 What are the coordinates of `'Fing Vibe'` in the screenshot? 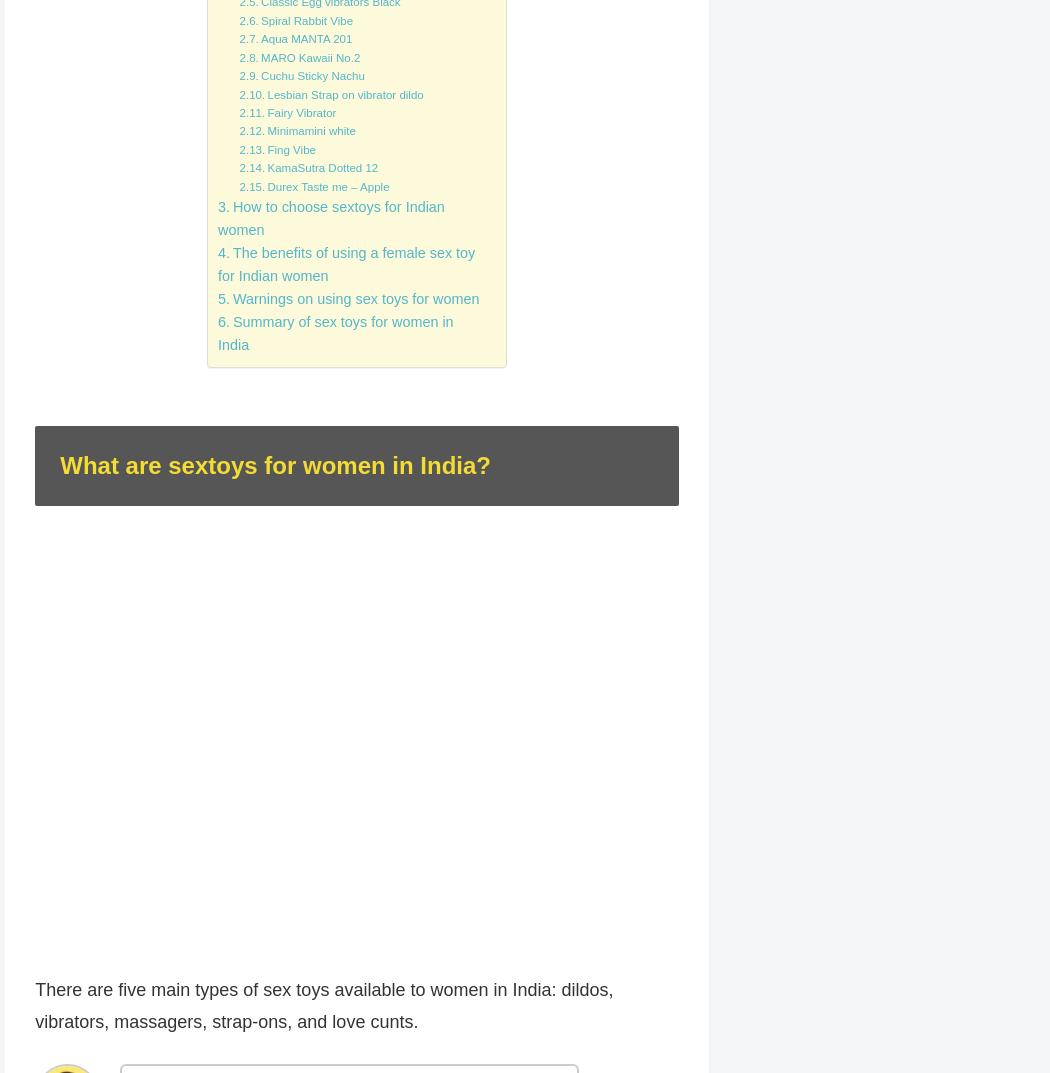 It's located at (289, 148).